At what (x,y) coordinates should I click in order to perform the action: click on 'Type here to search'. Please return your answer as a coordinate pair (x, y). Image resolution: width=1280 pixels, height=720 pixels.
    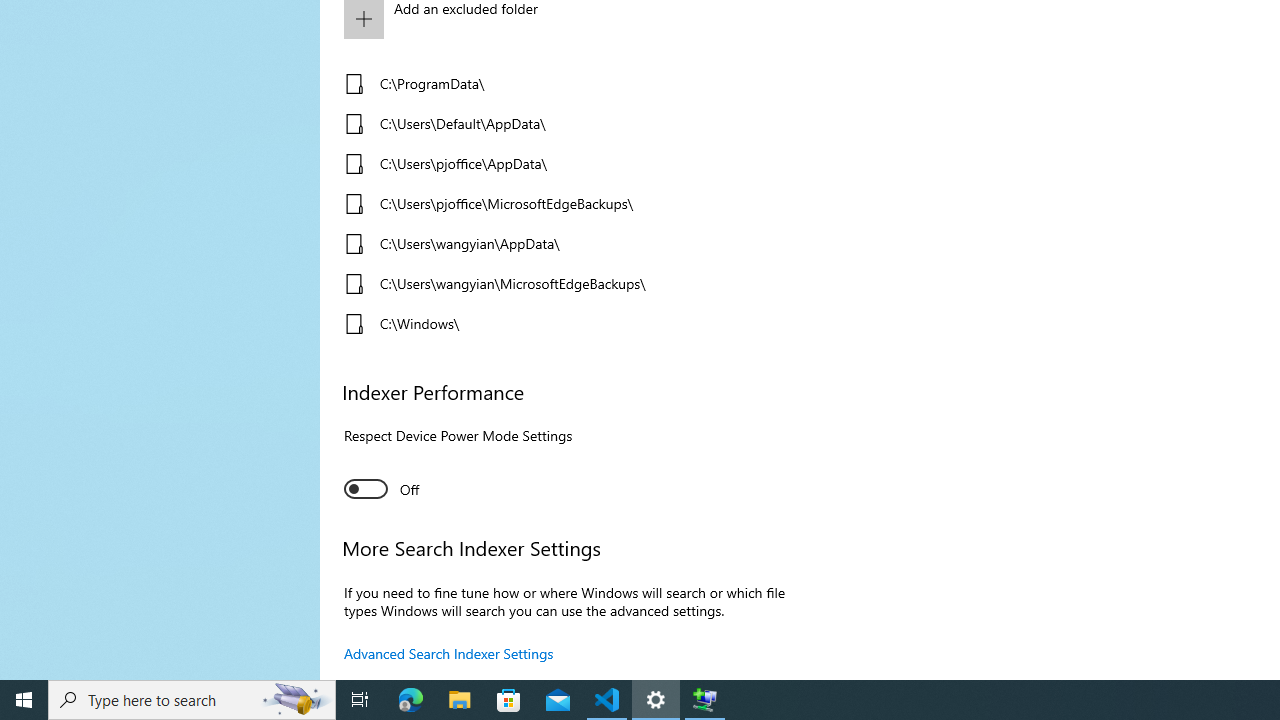
    Looking at the image, I should click on (192, 698).